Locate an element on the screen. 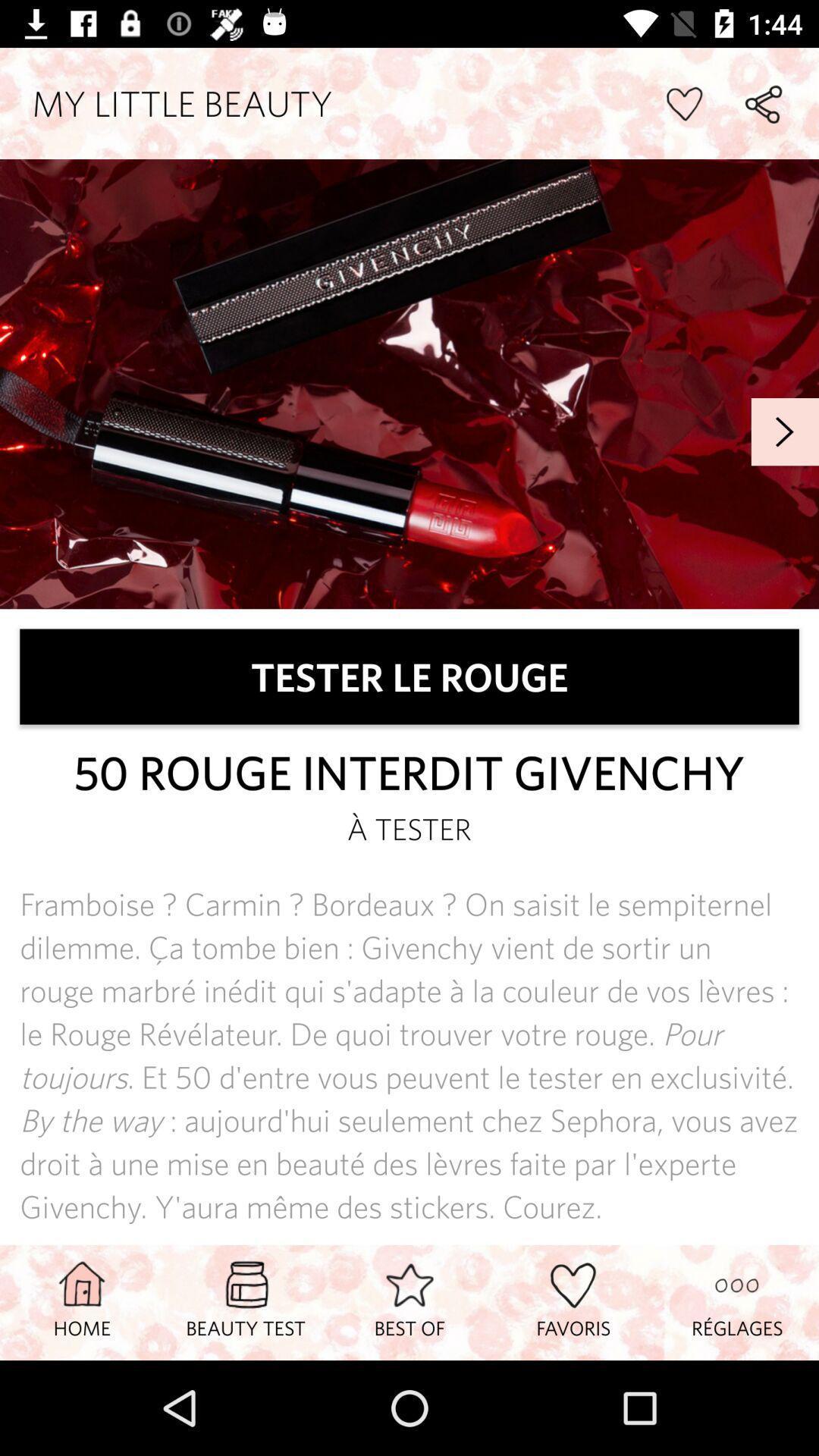 The height and width of the screenshot is (1456, 819). the favoris icon is located at coordinates (573, 1301).